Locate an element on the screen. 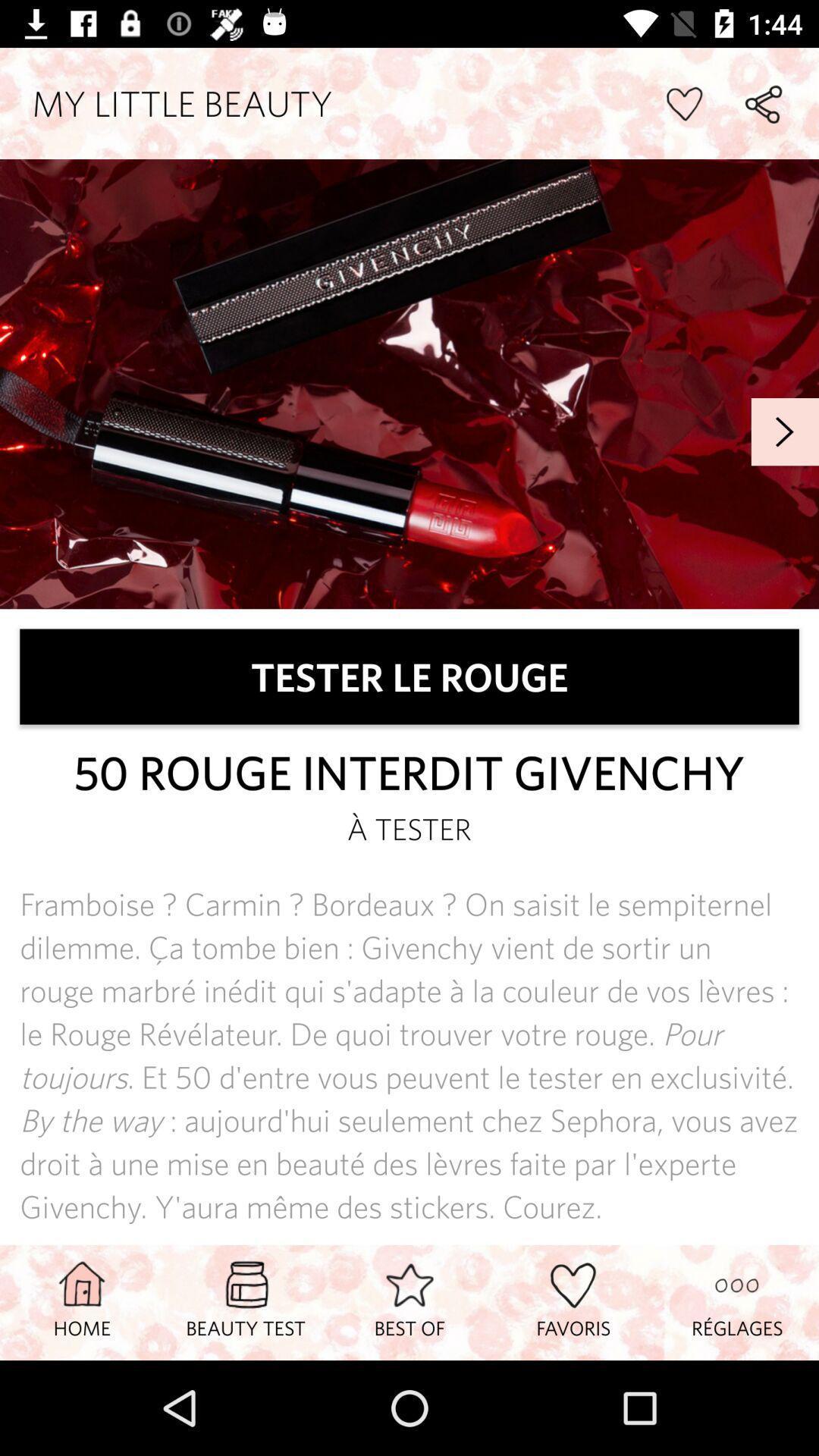 The height and width of the screenshot is (1456, 819). the favoris icon is located at coordinates (573, 1301).